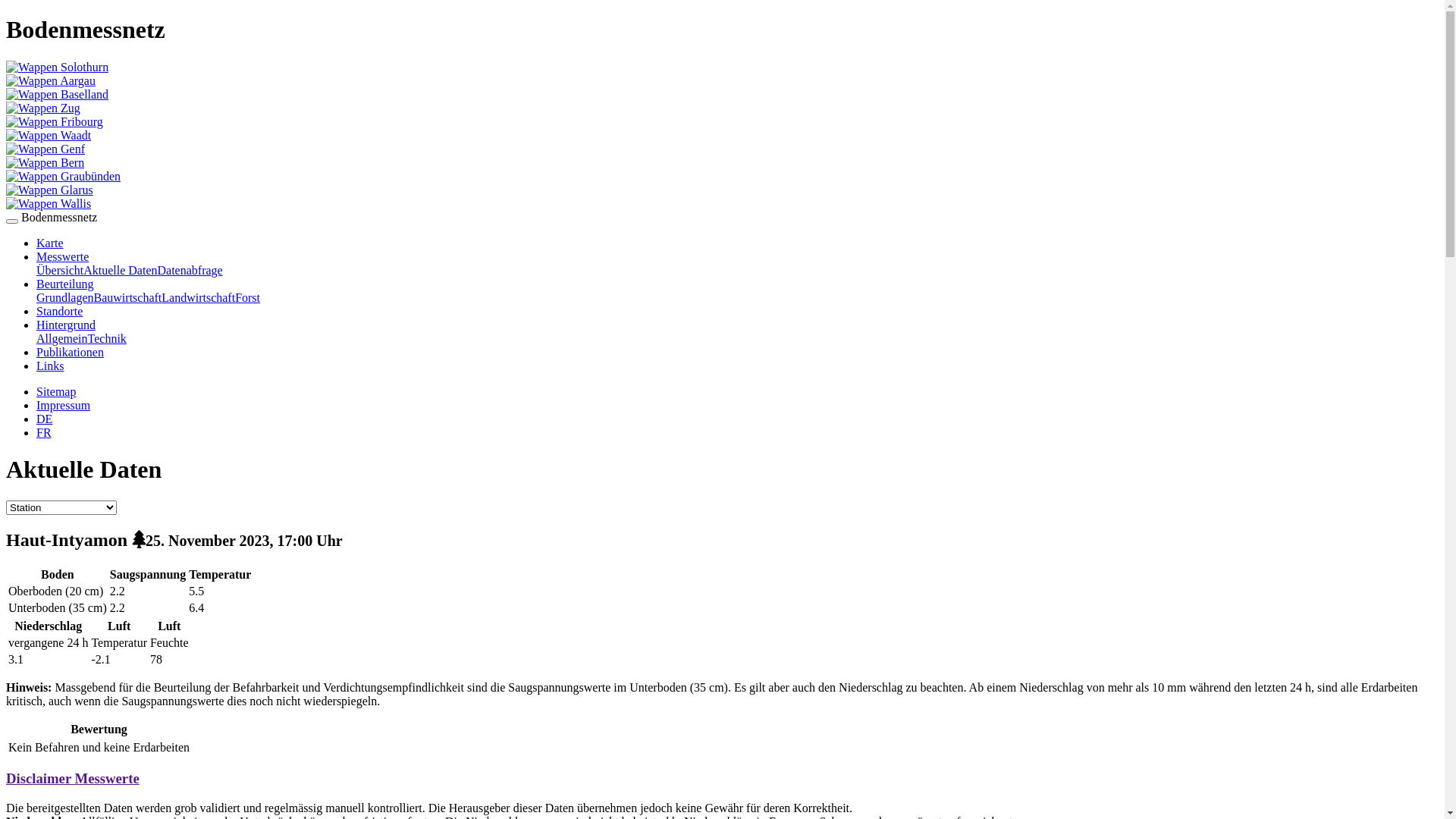  What do you see at coordinates (189, 269) in the screenshot?
I see `'Datenabfrage'` at bounding box center [189, 269].